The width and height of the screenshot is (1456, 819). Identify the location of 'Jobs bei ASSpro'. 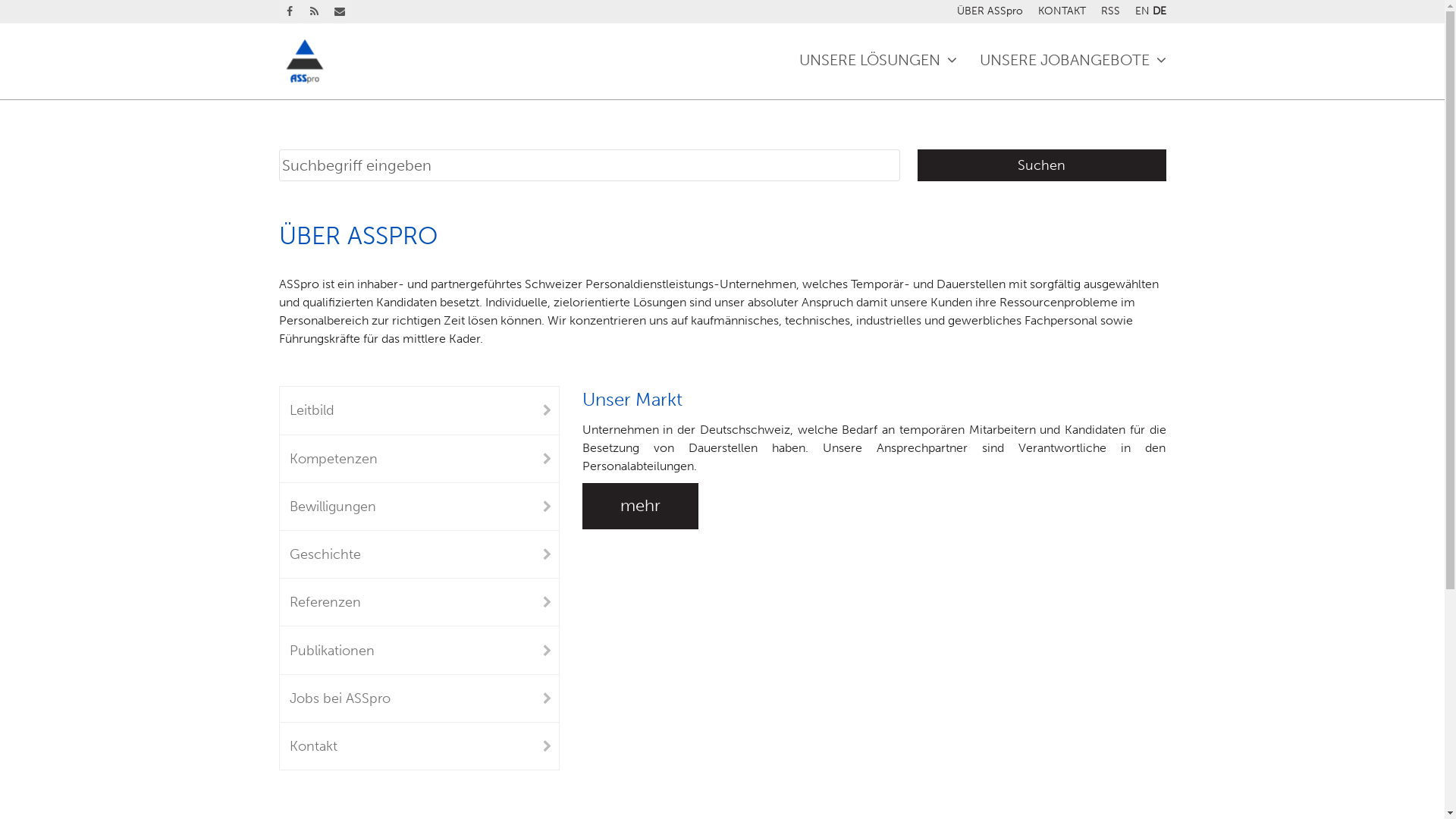
(419, 698).